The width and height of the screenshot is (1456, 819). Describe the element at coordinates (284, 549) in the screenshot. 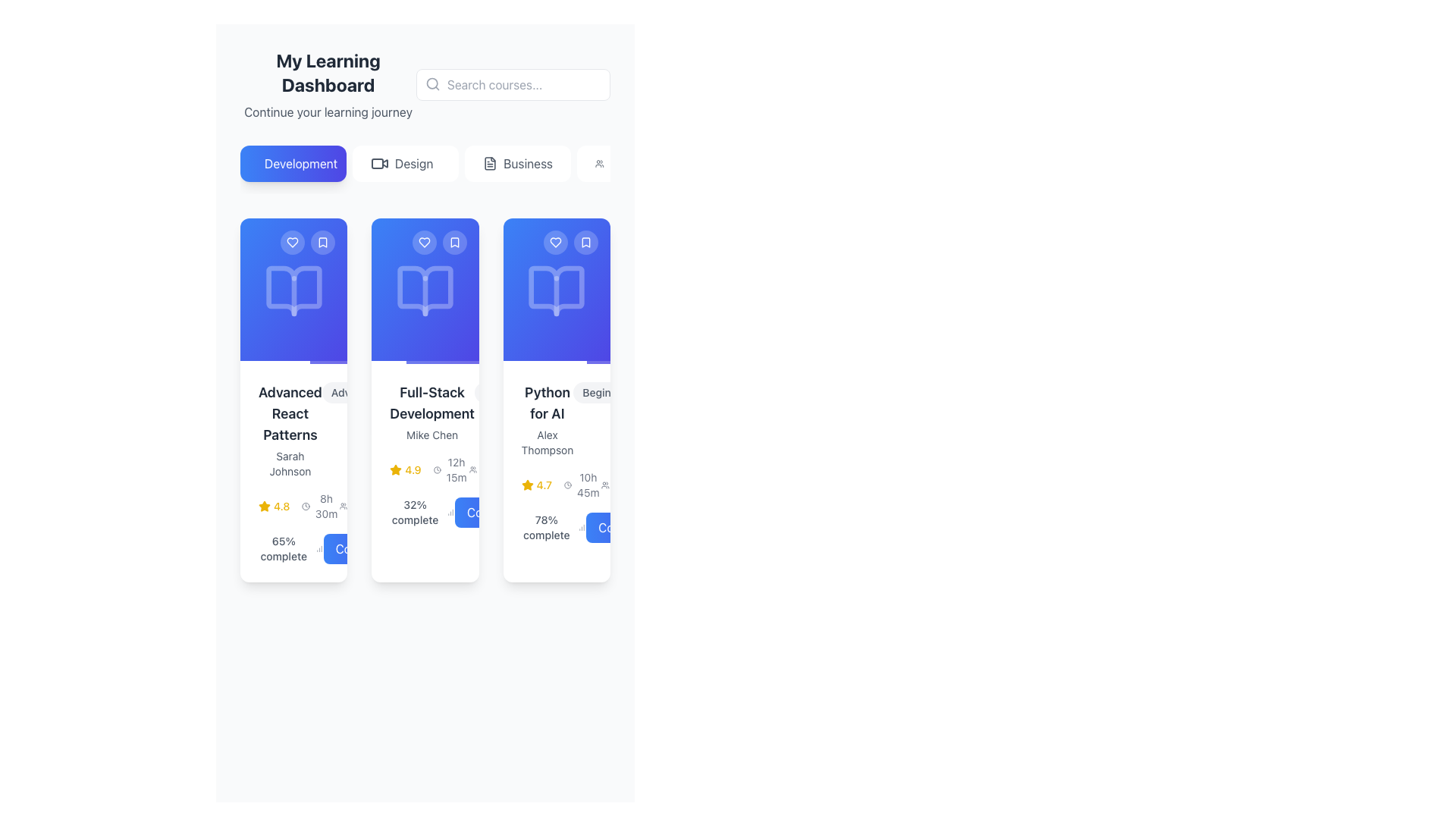

I see `text label displaying the progress percentage of the course or task located at the bottom-left of the first card, above the chart icon and below the star rating` at that location.